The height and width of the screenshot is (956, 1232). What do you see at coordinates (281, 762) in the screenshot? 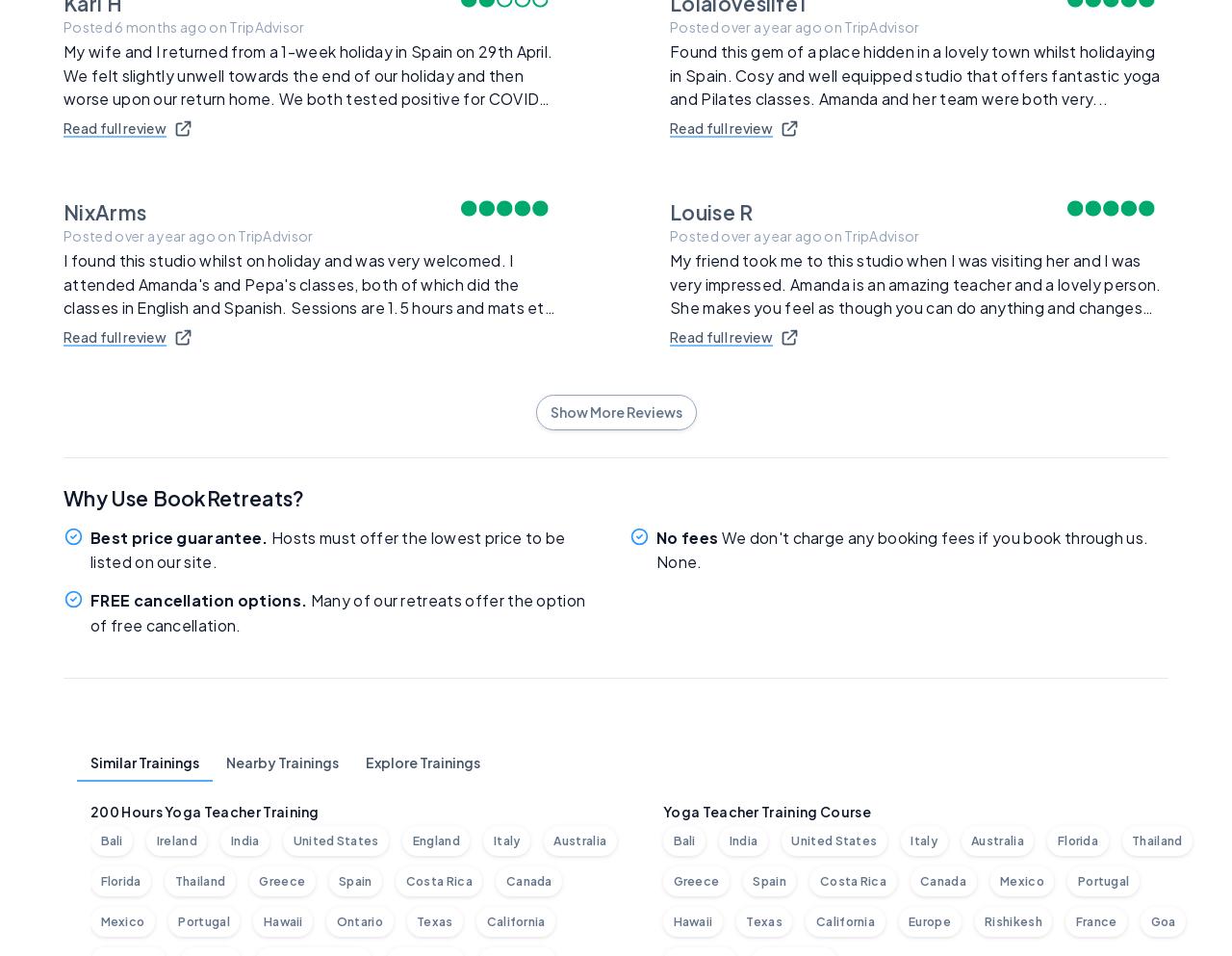
I see `'Nearby Trainings'` at bounding box center [281, 762].